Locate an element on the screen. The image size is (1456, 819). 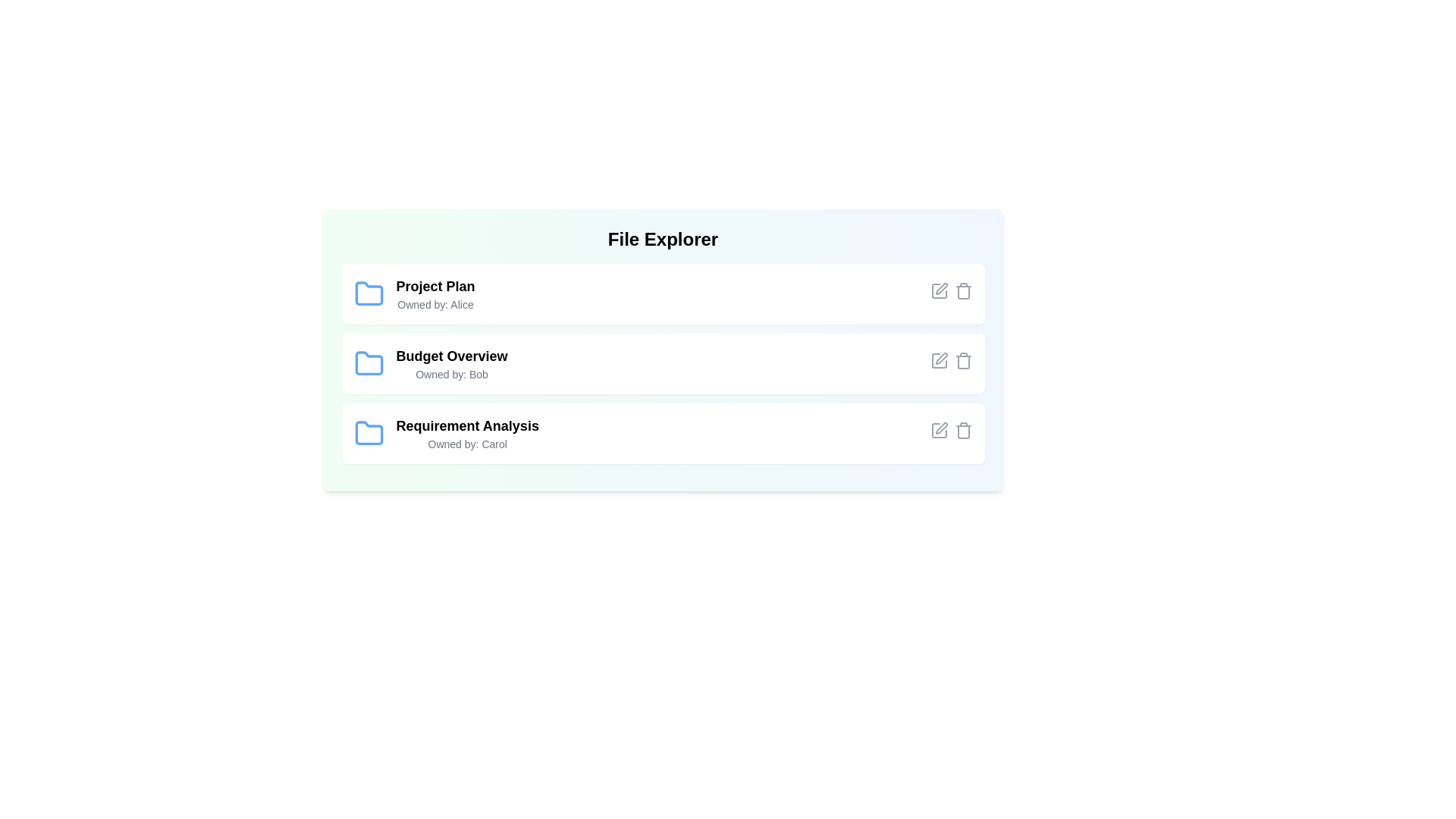
the folder icon corresponding to Requirement Analysis is located at coordinates (369, 433).